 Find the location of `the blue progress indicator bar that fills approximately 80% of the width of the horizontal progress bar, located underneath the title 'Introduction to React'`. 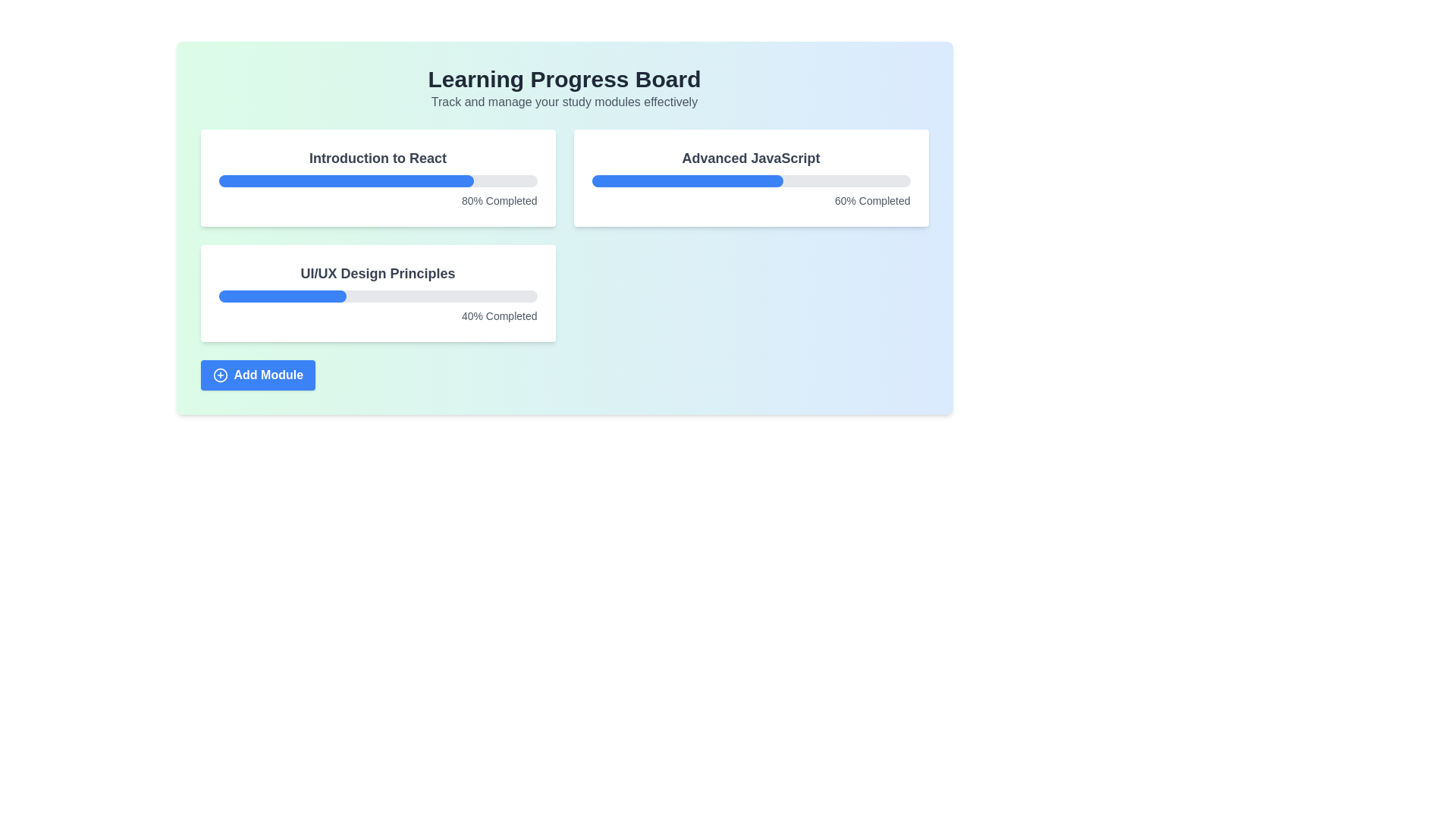

the blue progress indicator bar that fills approximately 80% of the width of the horizontal progress bar, located underneath the title 'Introduction to React' is located at coordinates (345, 180).